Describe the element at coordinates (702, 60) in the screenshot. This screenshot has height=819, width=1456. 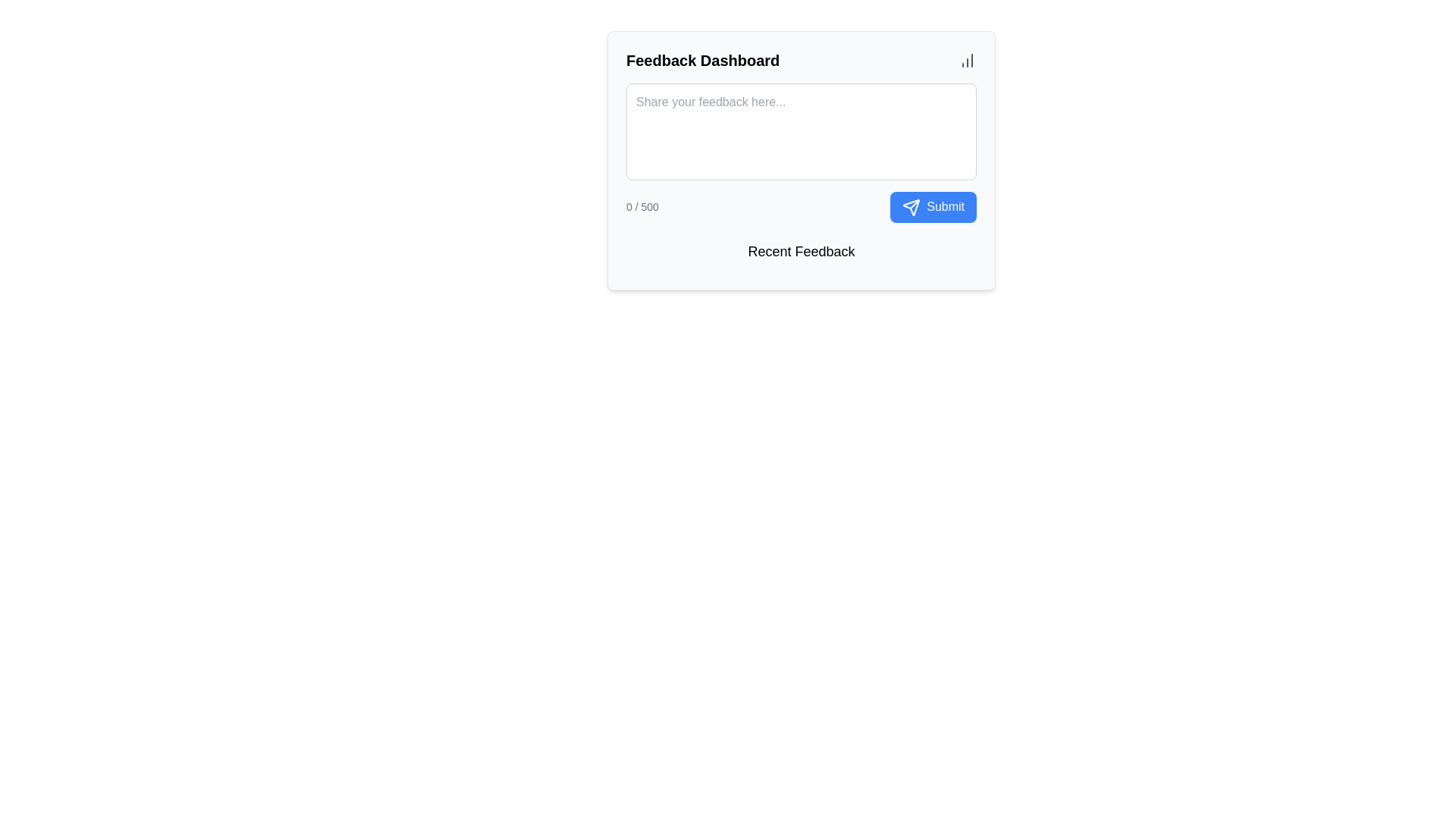
I see `the 'Feedback Dashboard' text label displayed in bold within the header section of the UI` at that location.